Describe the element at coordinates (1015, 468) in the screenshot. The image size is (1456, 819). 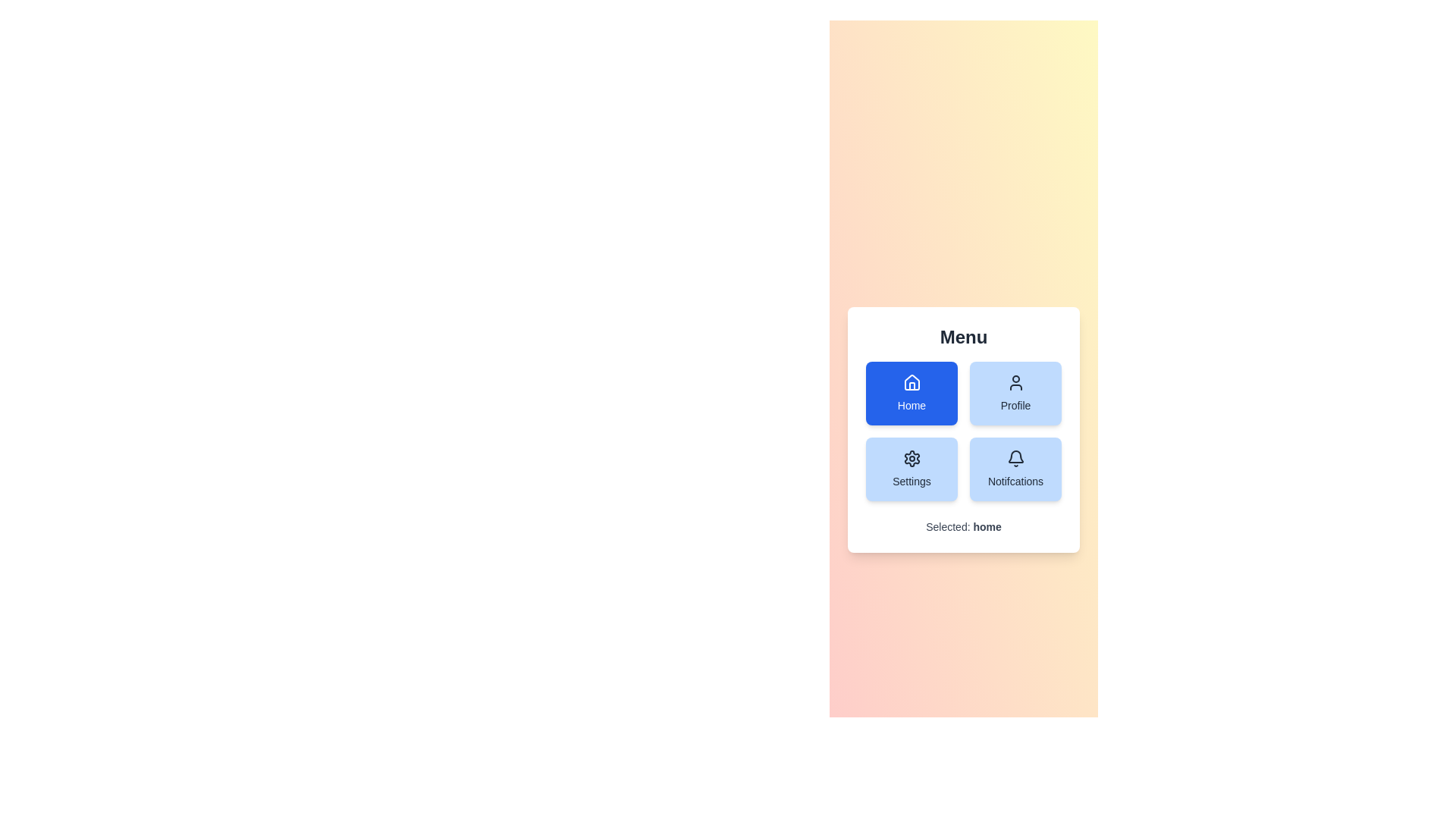
I see `the Notifications button to select it` at that location.